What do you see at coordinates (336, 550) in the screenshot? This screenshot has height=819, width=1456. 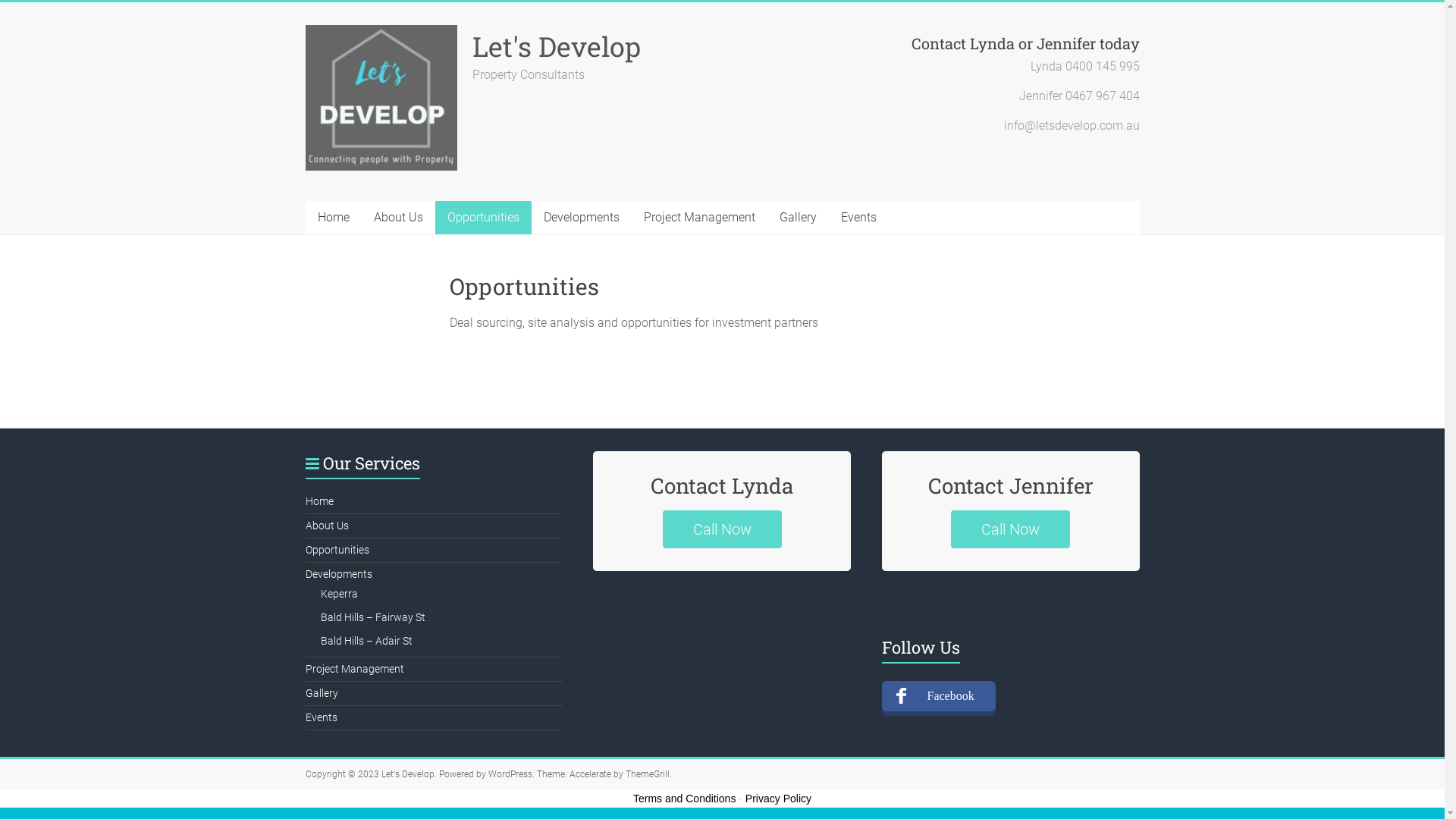 I see `'Opportunities'` at bounding box center [336, 550].